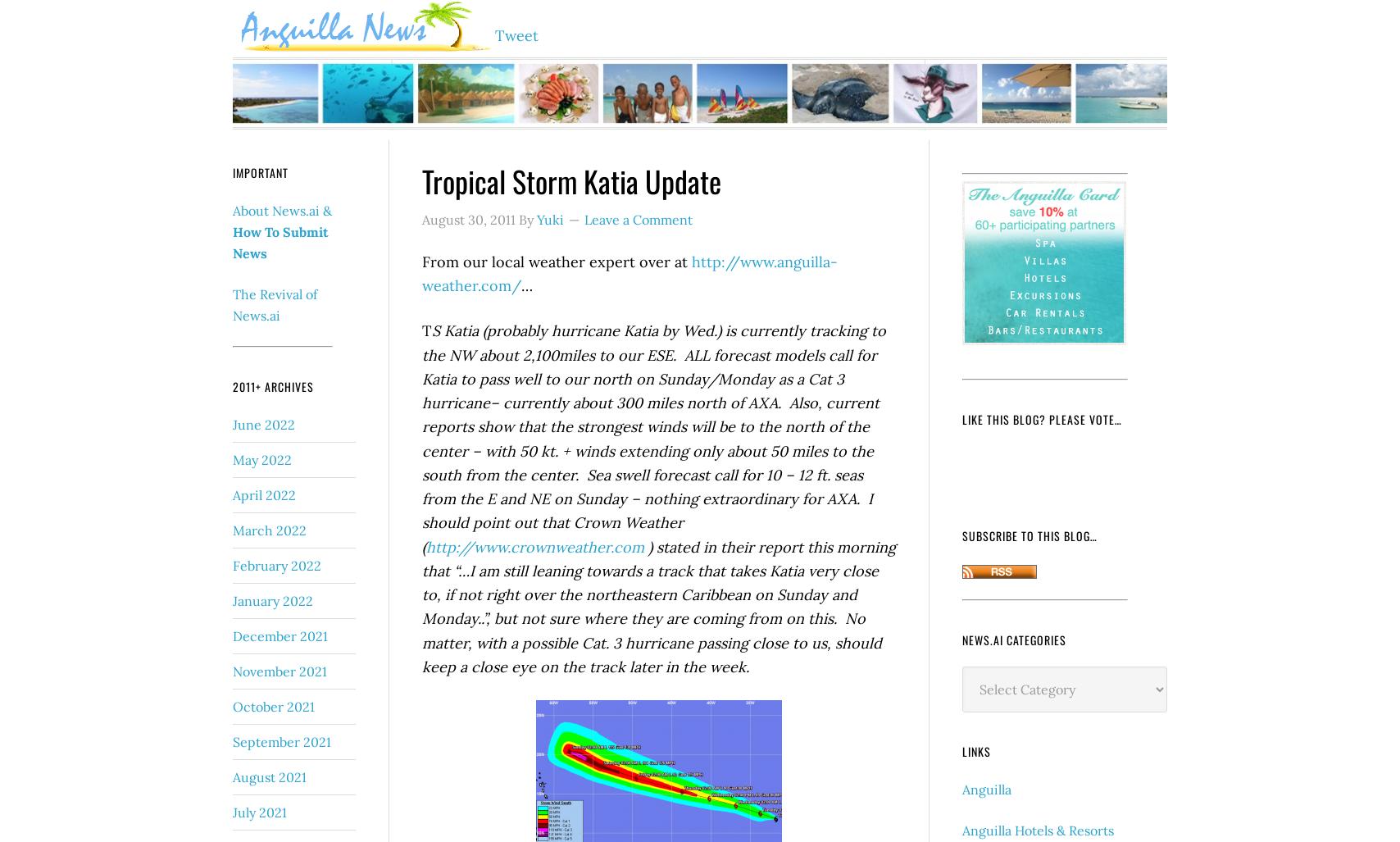 The image size is (1400, 842). What do you see at coordinates (233, 458) in the screenshot?
I see `'May 2022'` at bounding box center [233, 458].